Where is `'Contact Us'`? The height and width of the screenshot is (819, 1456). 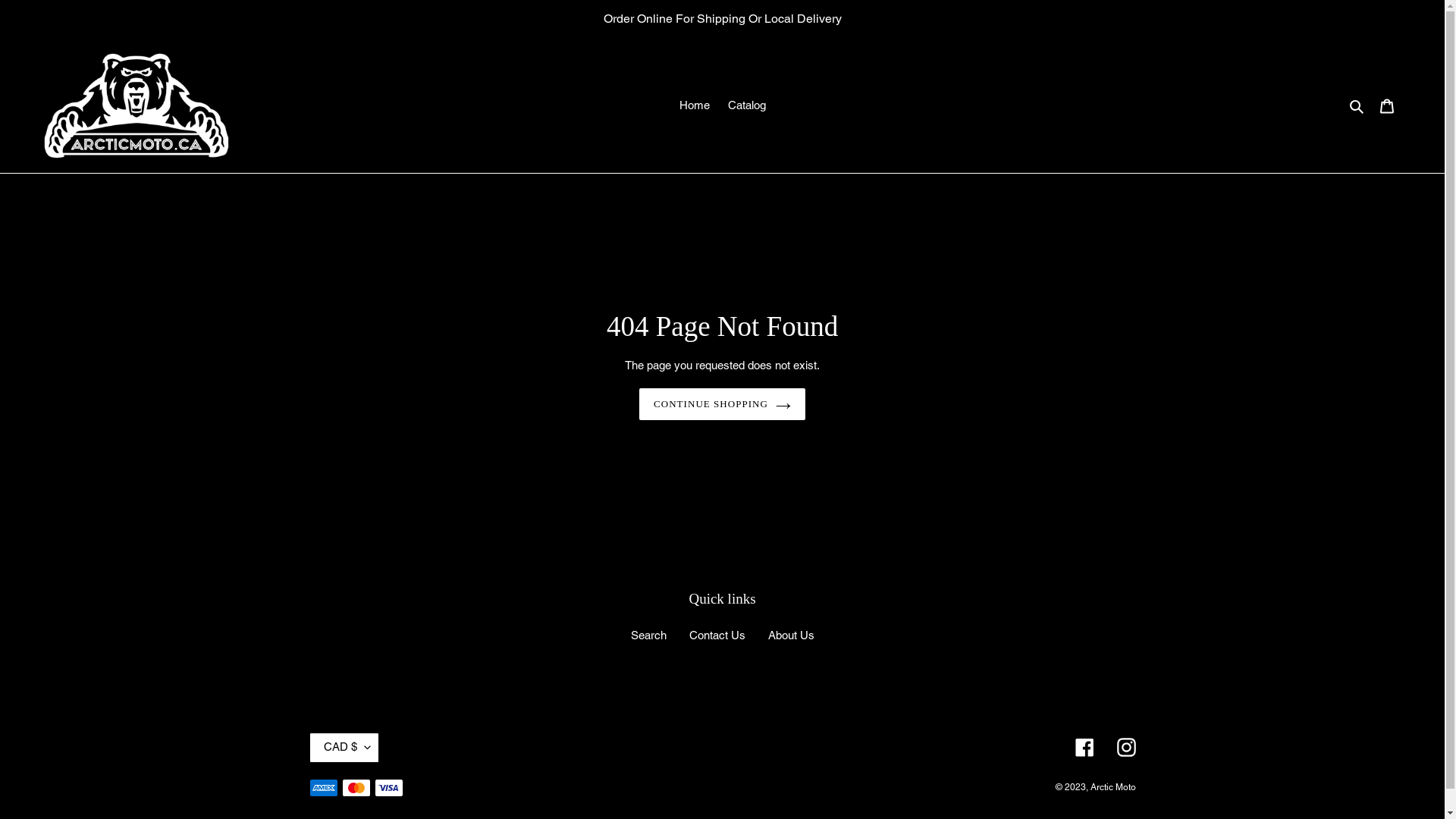 'Contact Us' is located at coordinates (716, 635).